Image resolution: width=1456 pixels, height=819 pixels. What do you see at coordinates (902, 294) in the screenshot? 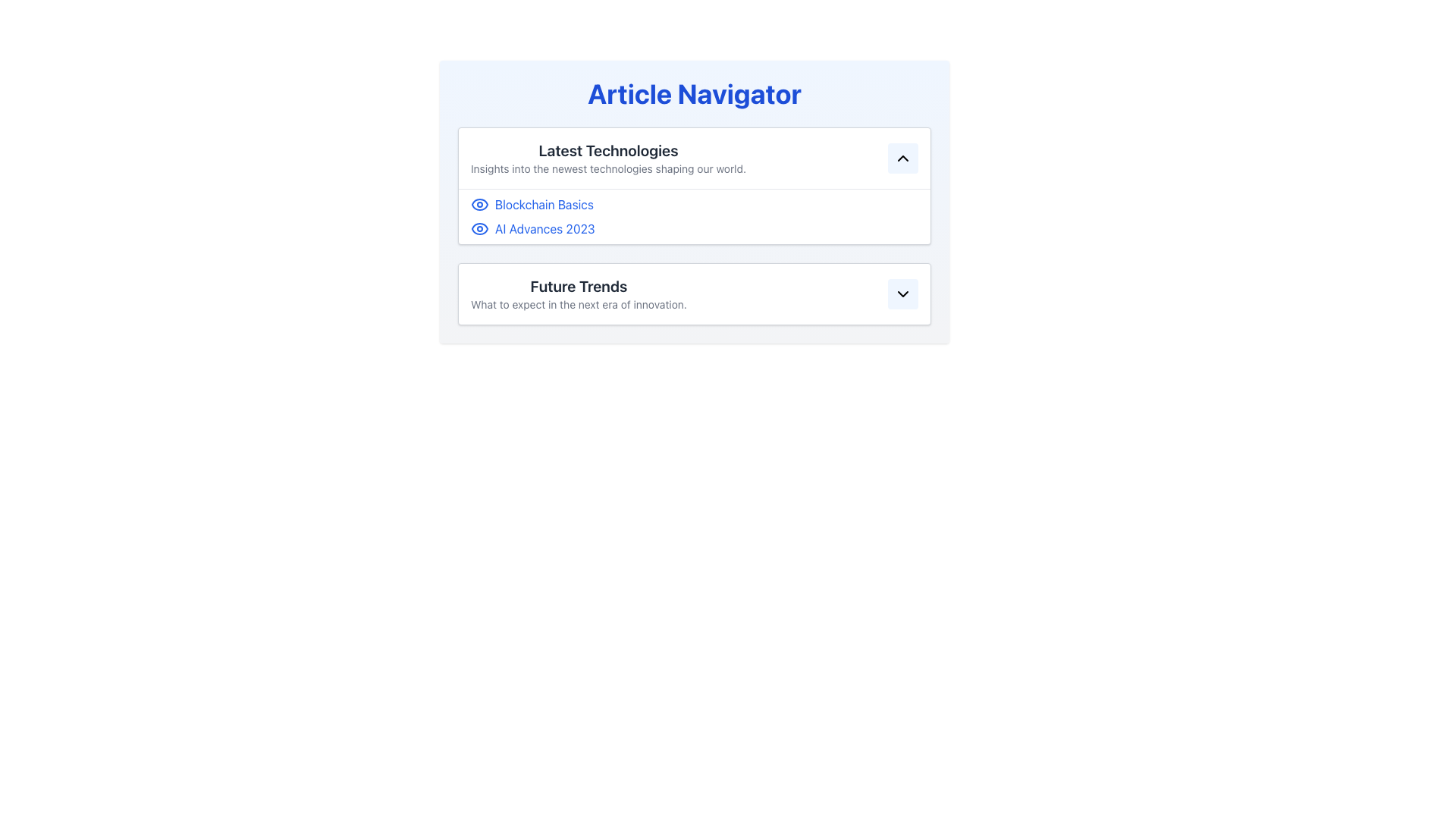
I see `the chevron icon in the bottom-right corner of the 'Future Trends' section` at bounding box center [902, 294].